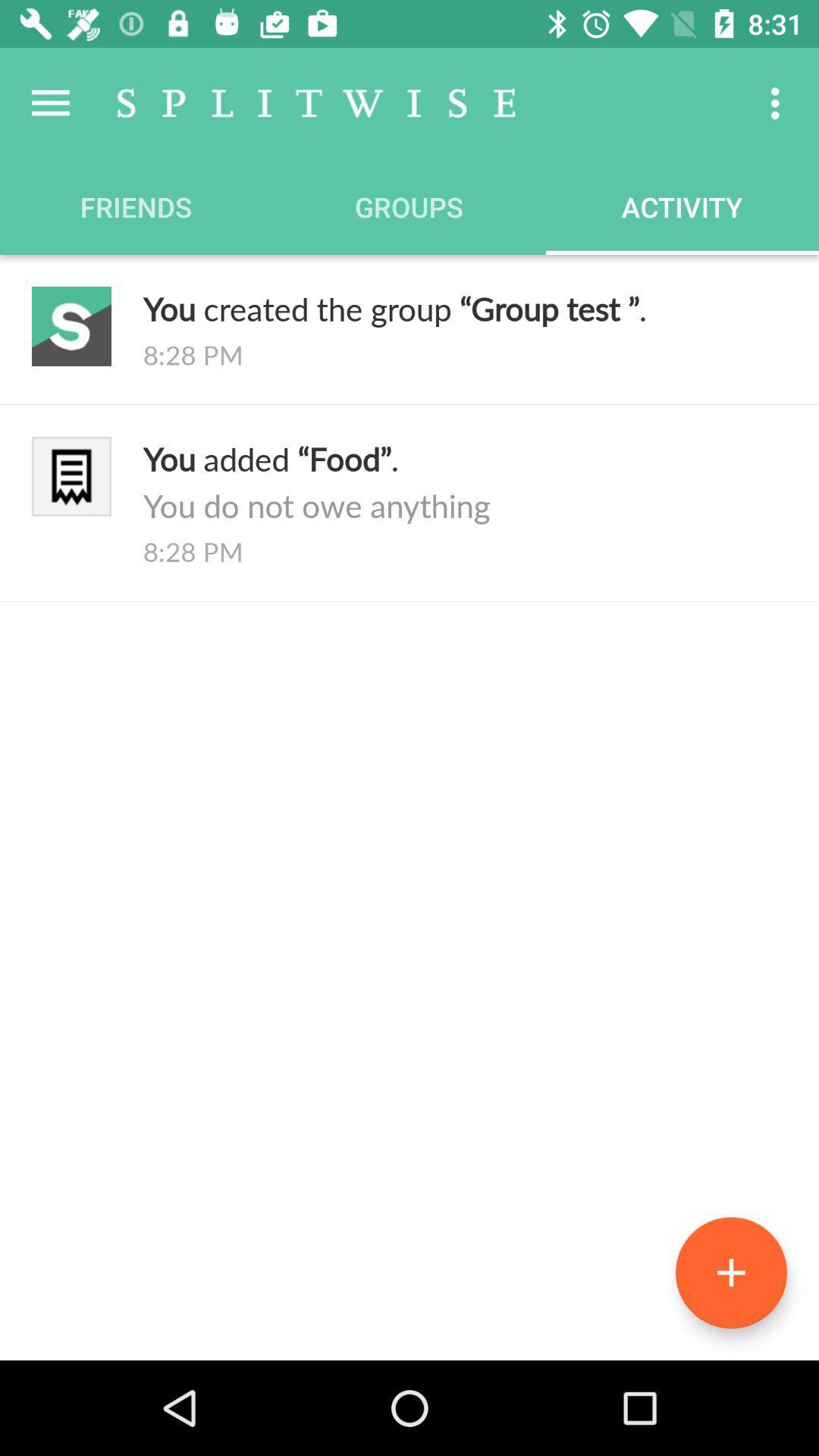 The width and height of the screenshot is (819, 1456). What do you see at coordinates (464, 481) in the screenshot?
I see `the icon above the 8:28 pm` at bounding box center [464, 481].